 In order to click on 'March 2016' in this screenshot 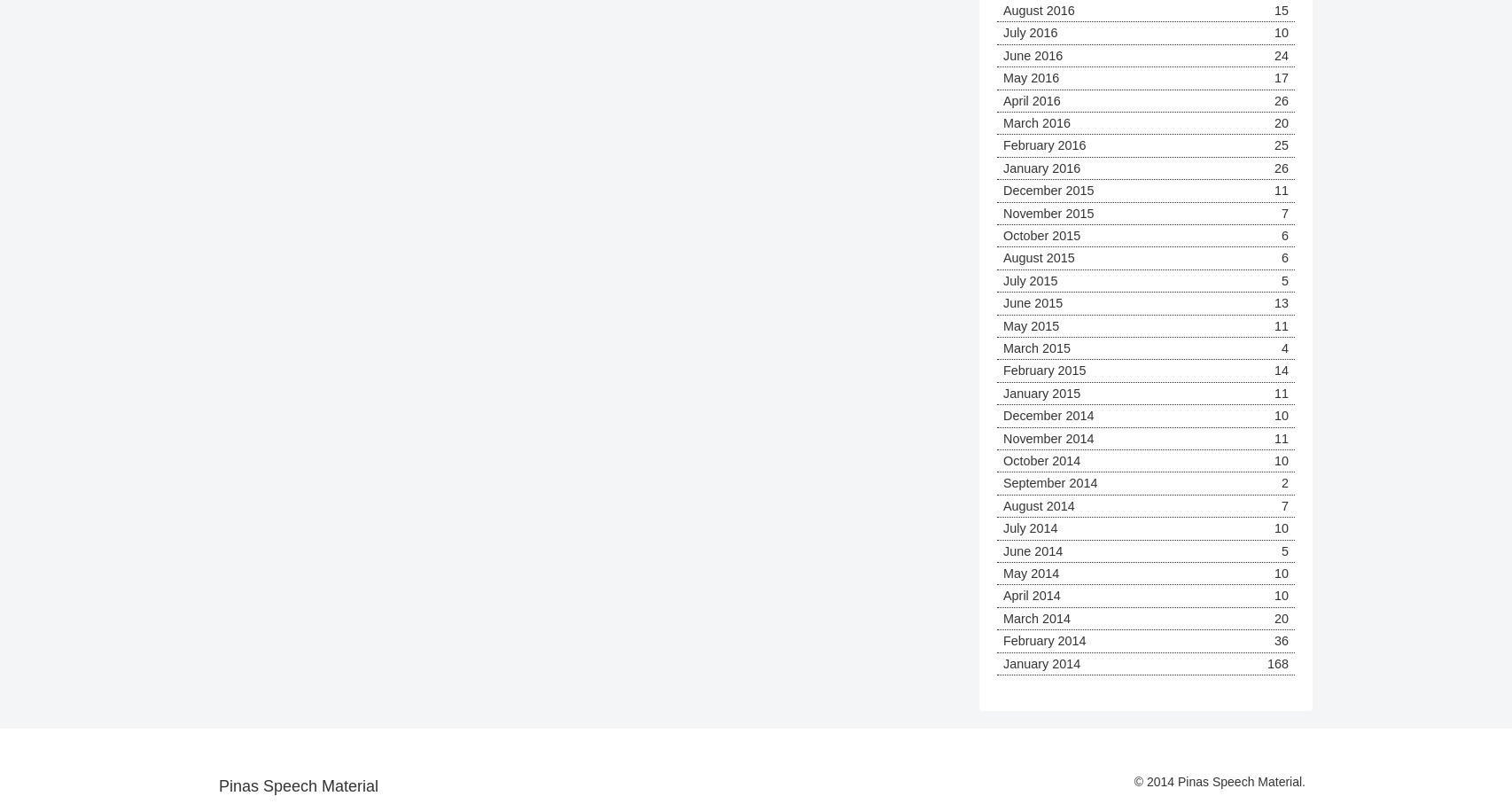, I will do `click(1036, 121)`.